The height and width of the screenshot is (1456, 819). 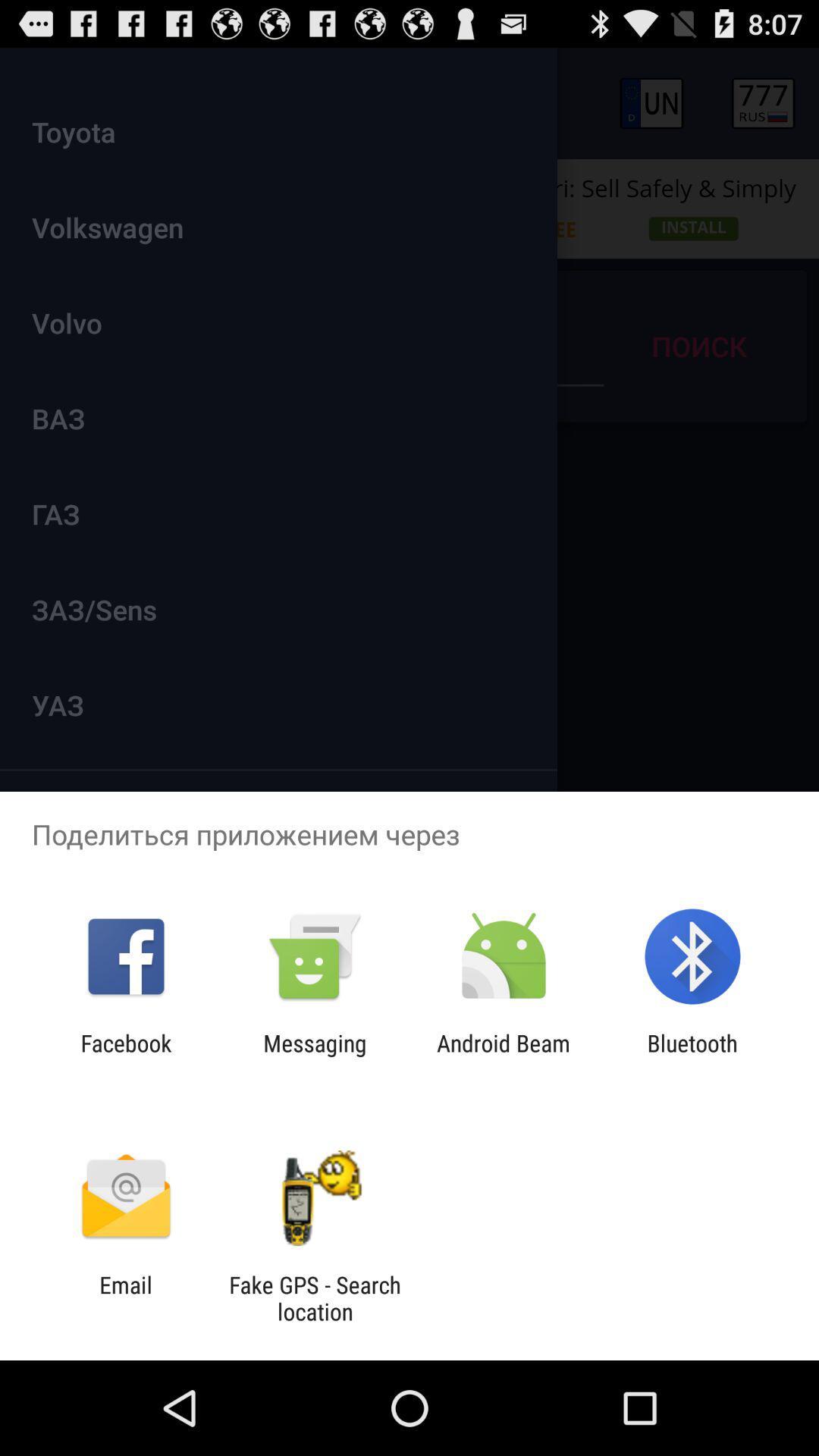 I want to click on the app to the right of the facebook icon, so click(x=314, y=1056).